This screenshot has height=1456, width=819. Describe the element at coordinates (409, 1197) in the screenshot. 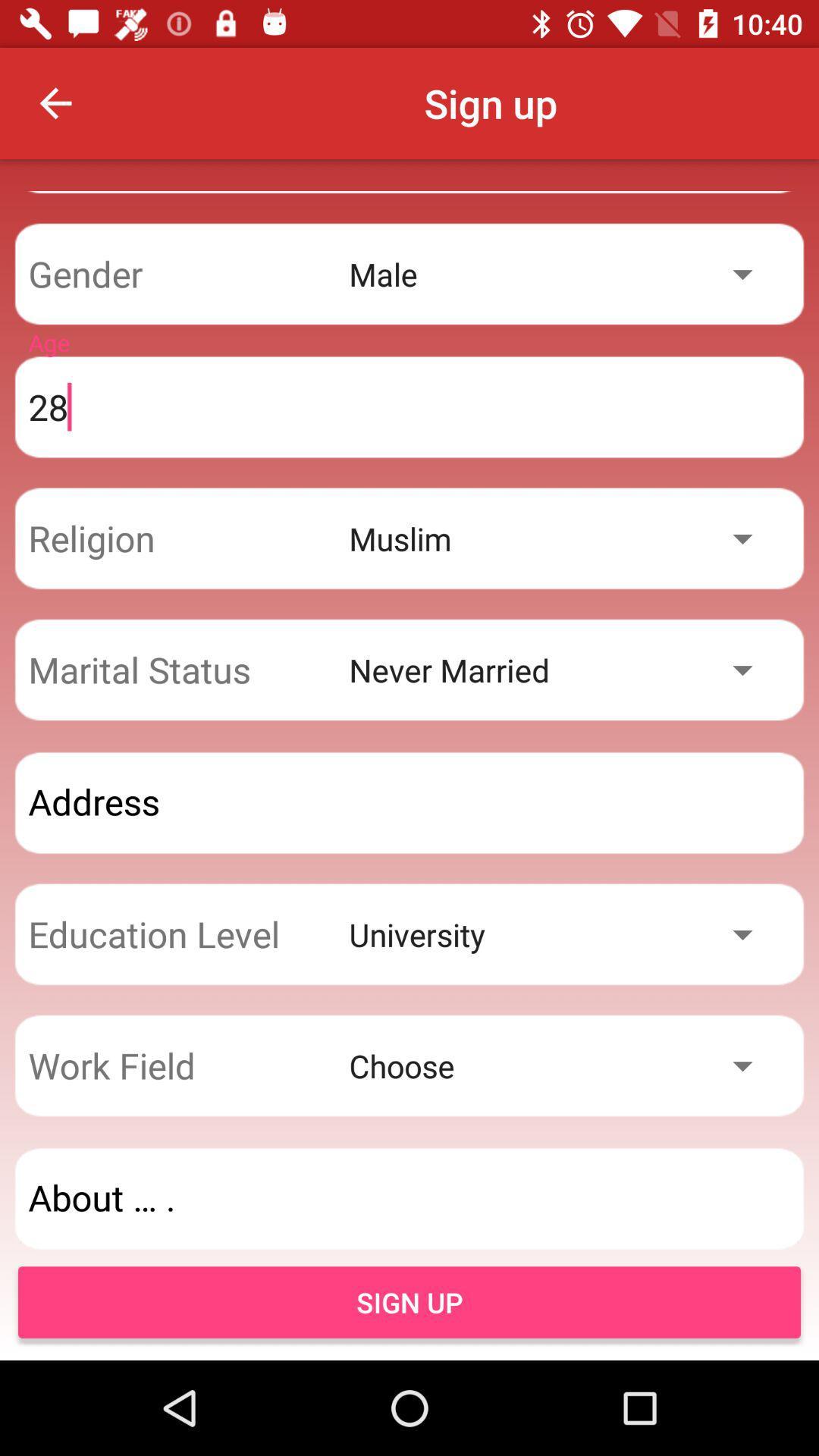

I see `about` at that location.